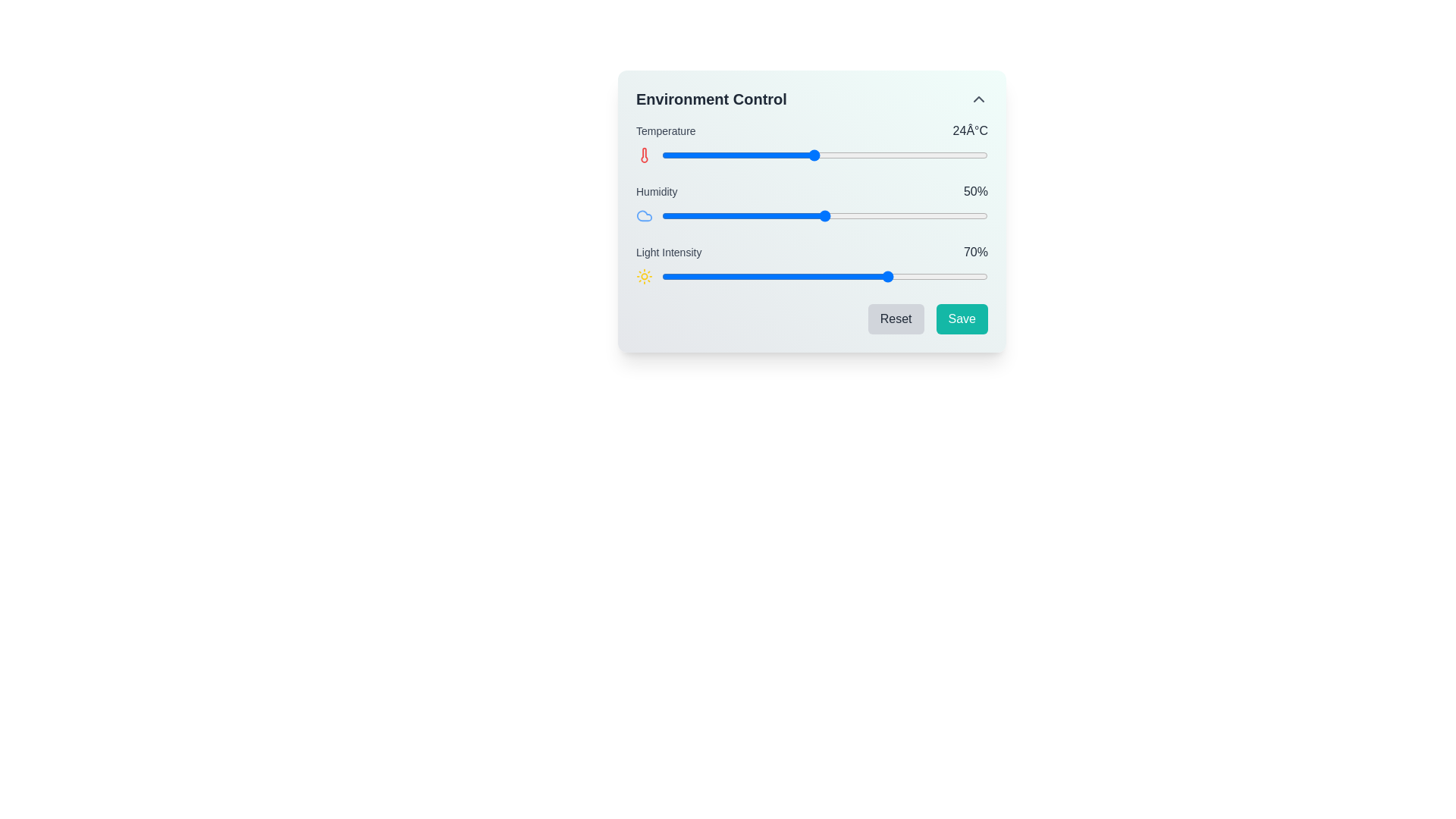 The width and height of the screenshot is (1456, 819). Describe the element at coordinates (726, 216) in the screenshot. I see `the humidity` at that location.